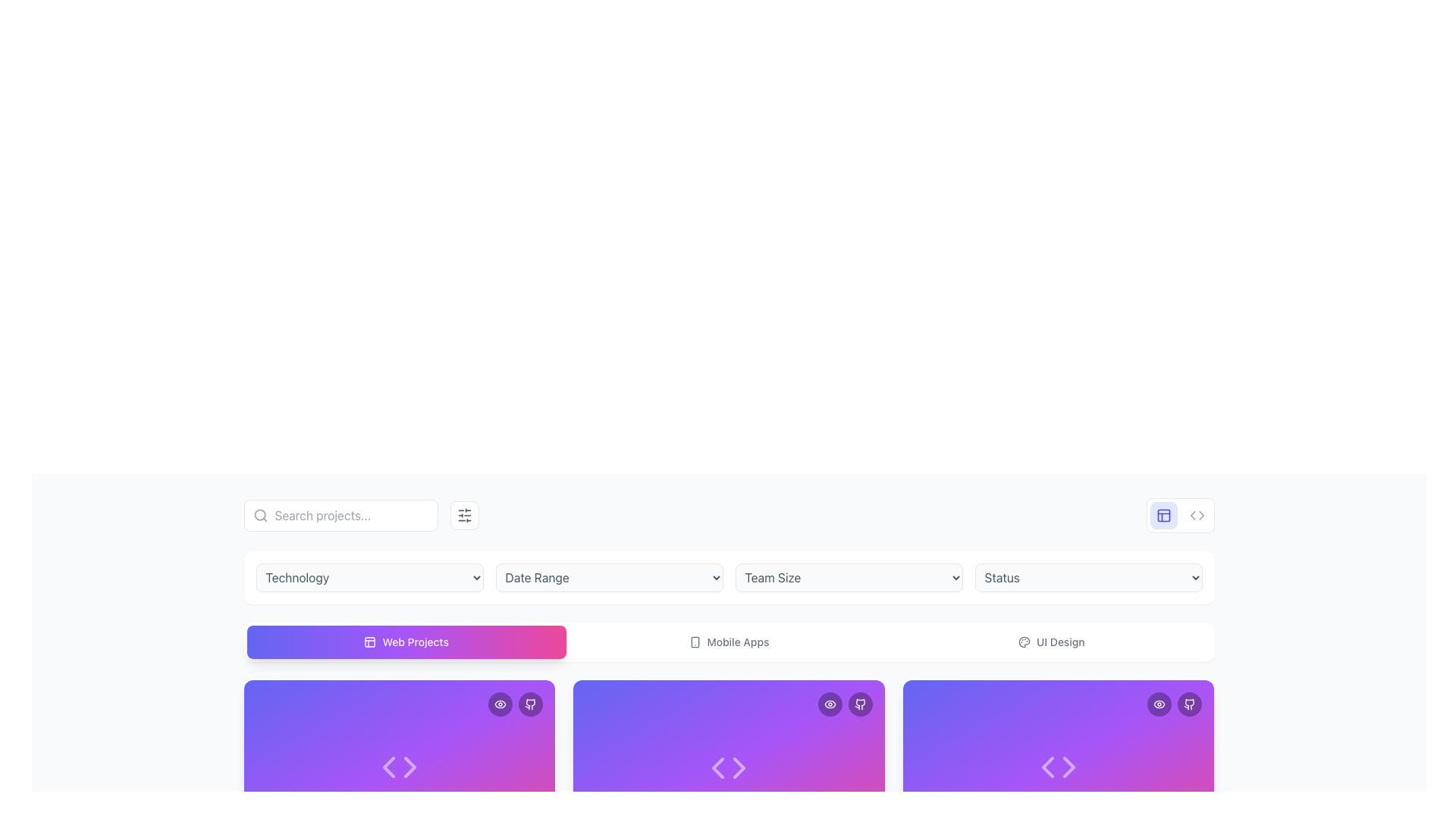 The height and width of the screenshot is (819, 1456). I want to click on the square button with rounded corners, featuring a white background, gray border, and an icon resembling horizontal sliders, located to the right of the search bar, so click(463, 514).